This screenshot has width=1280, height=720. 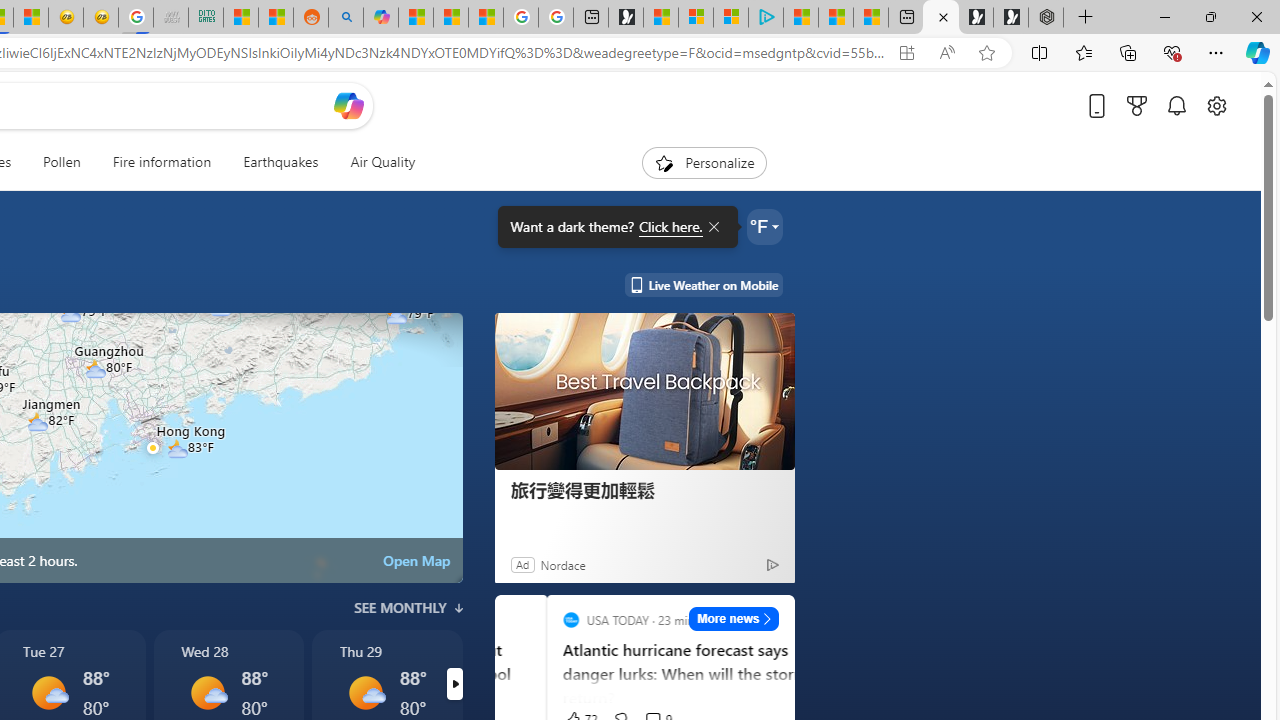 What do you see at coordinates (382, 162) in the screenshot?
I see `'Air Quality'` at bounding box center [382, 162].